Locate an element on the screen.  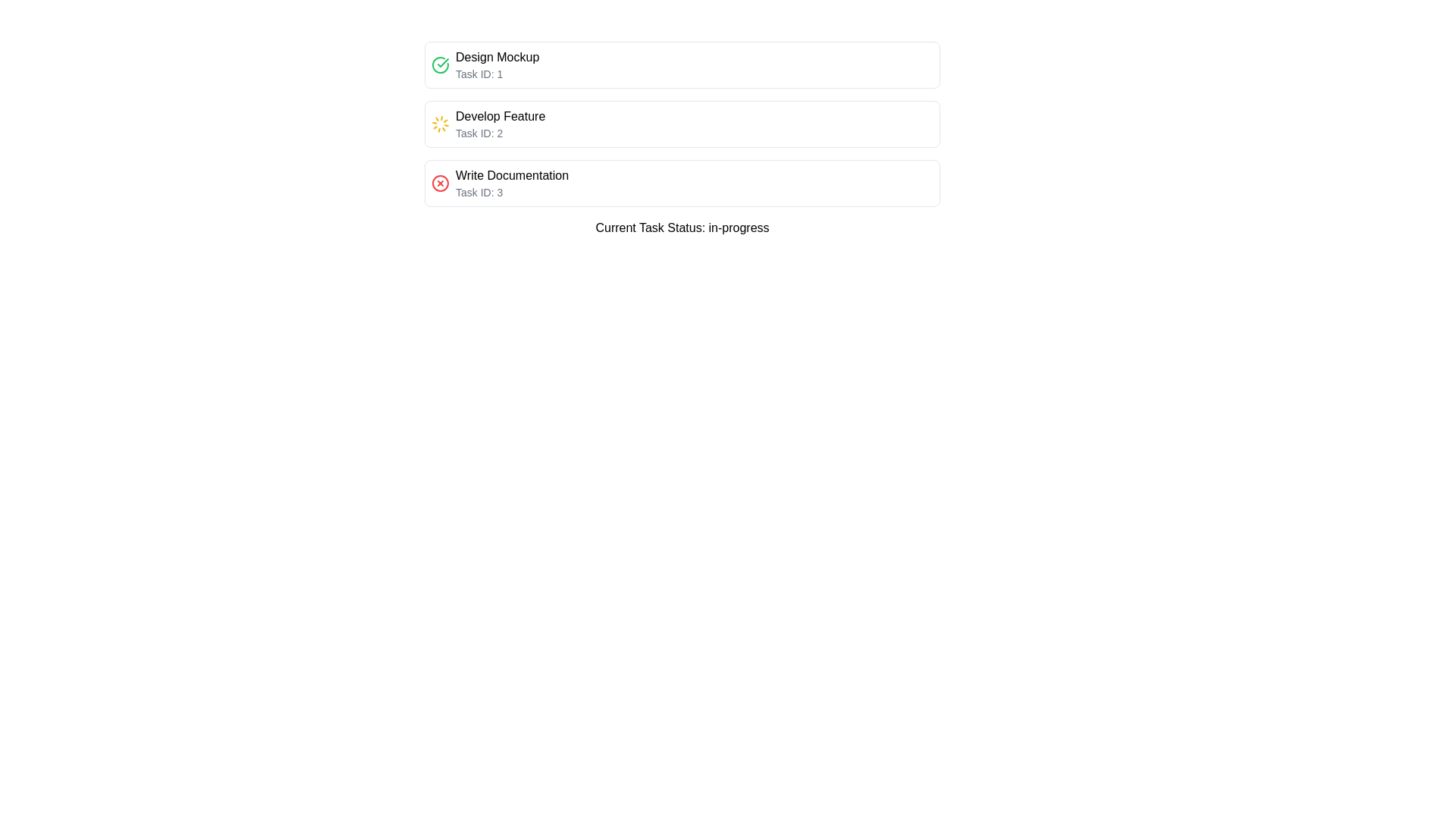
the Spinner or Loading Indicator, which is the leftmost visual component in the card containing 'Develop Feature' and 'Task ID: 2', positioned as the second card in a vertical stack is located at coordinates (439, 124).